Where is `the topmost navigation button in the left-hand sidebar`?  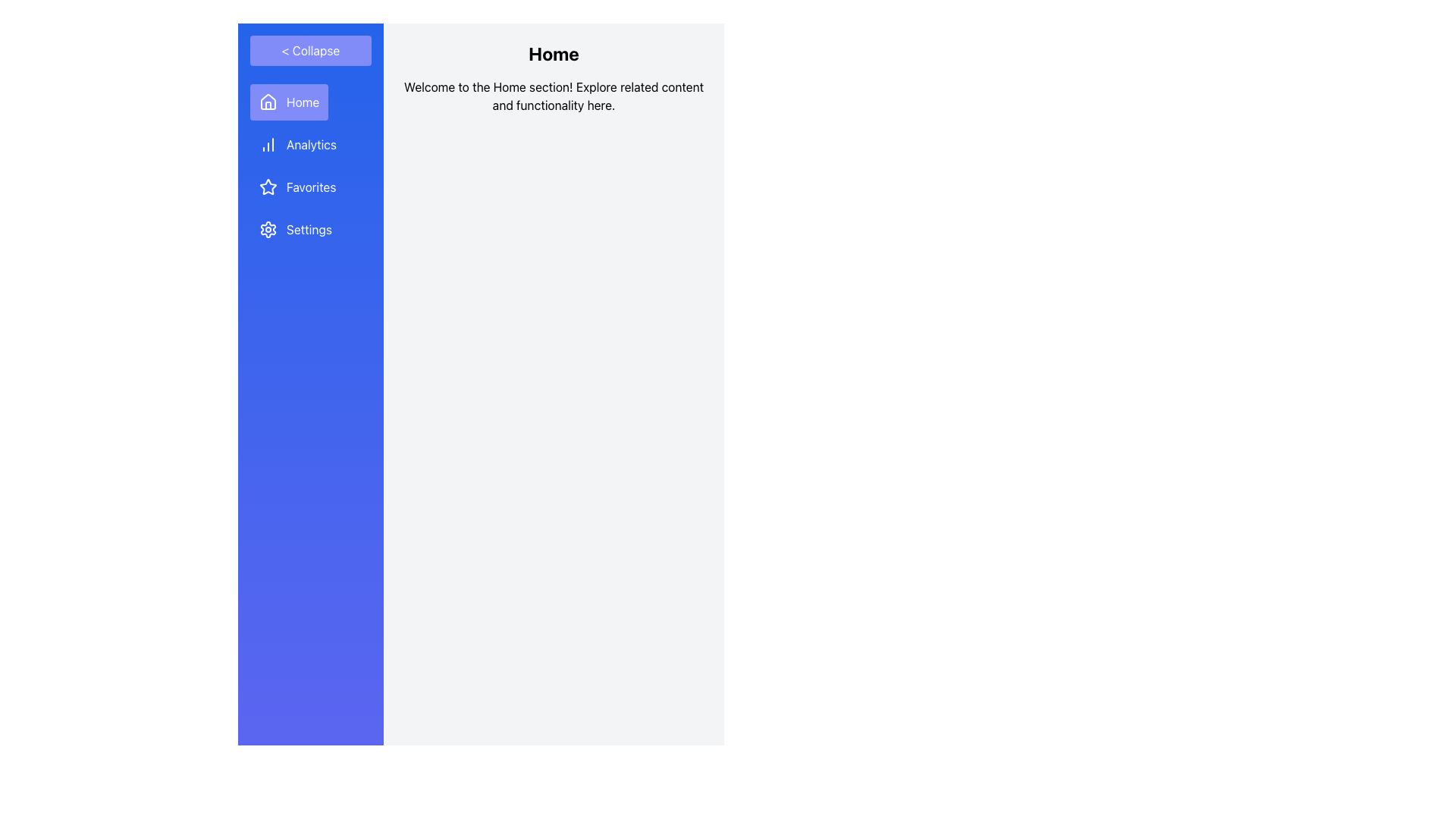
the topmost navigation button in the left-hand sidebar is located at coordinates (289, 102).